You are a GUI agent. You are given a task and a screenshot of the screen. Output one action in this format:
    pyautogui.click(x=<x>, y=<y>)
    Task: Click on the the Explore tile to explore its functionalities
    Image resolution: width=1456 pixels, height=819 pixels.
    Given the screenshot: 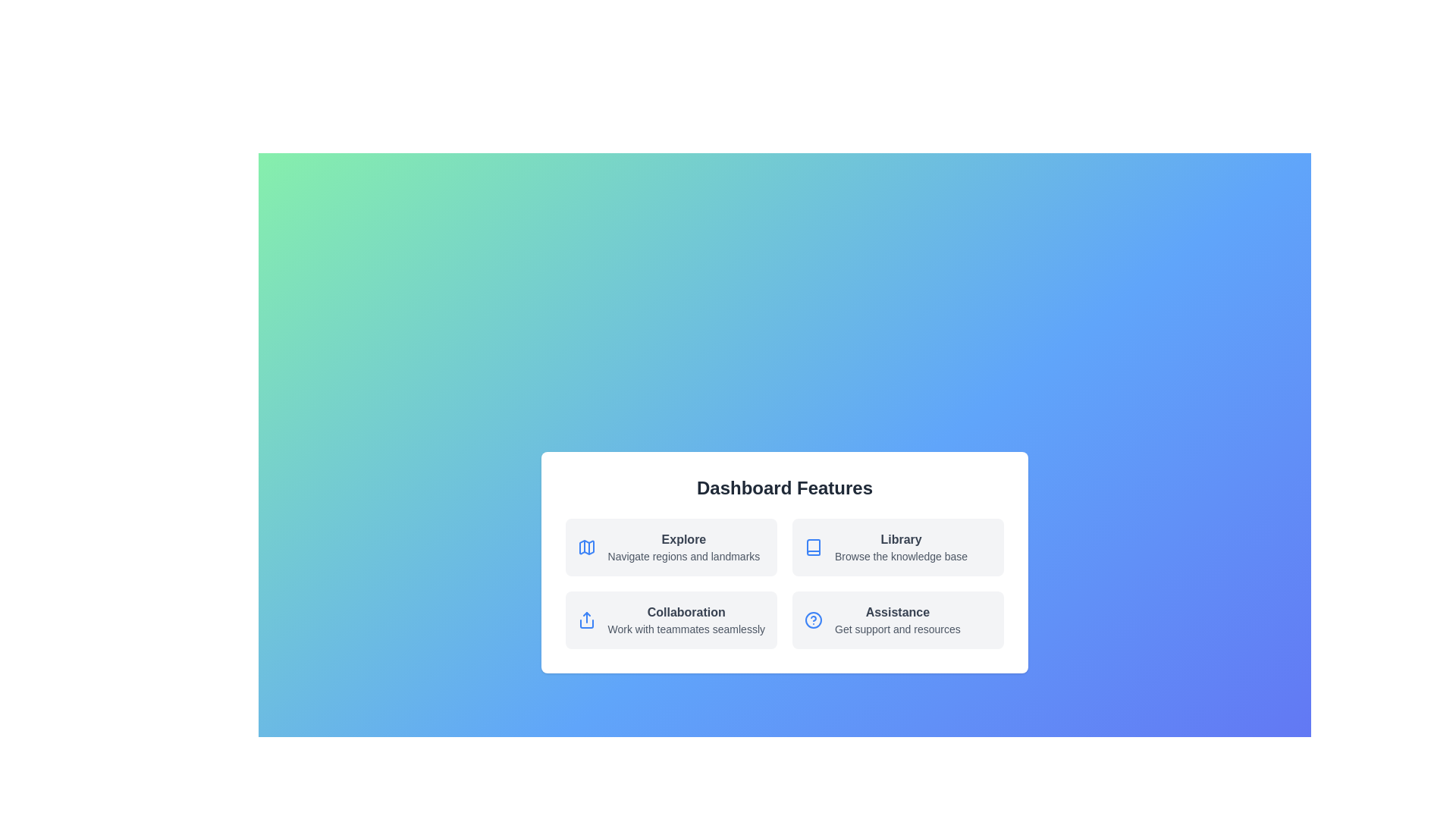 What is the action you would take?
    pyautogui.click(x=670, y=547)
    